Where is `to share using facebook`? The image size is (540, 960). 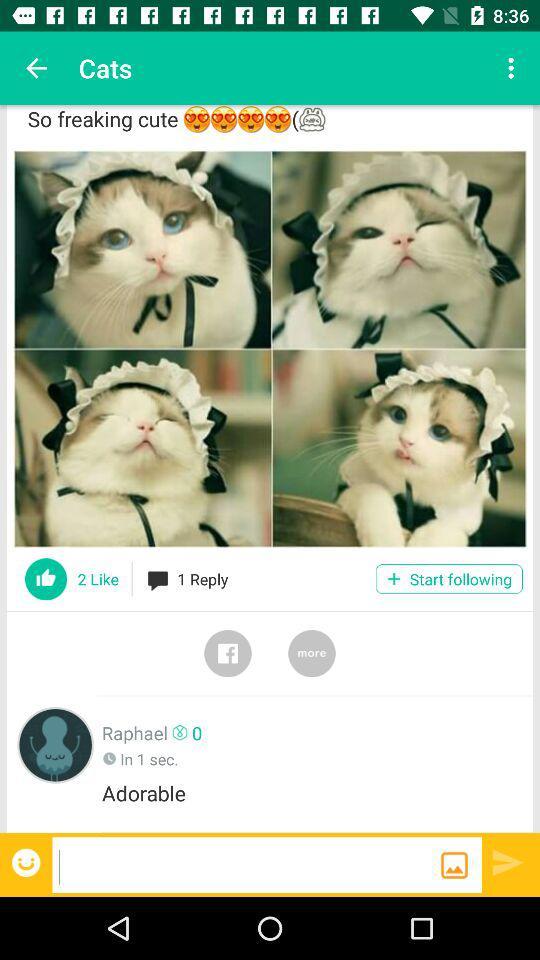 to share using facebook is located at coordinates (226, 652).